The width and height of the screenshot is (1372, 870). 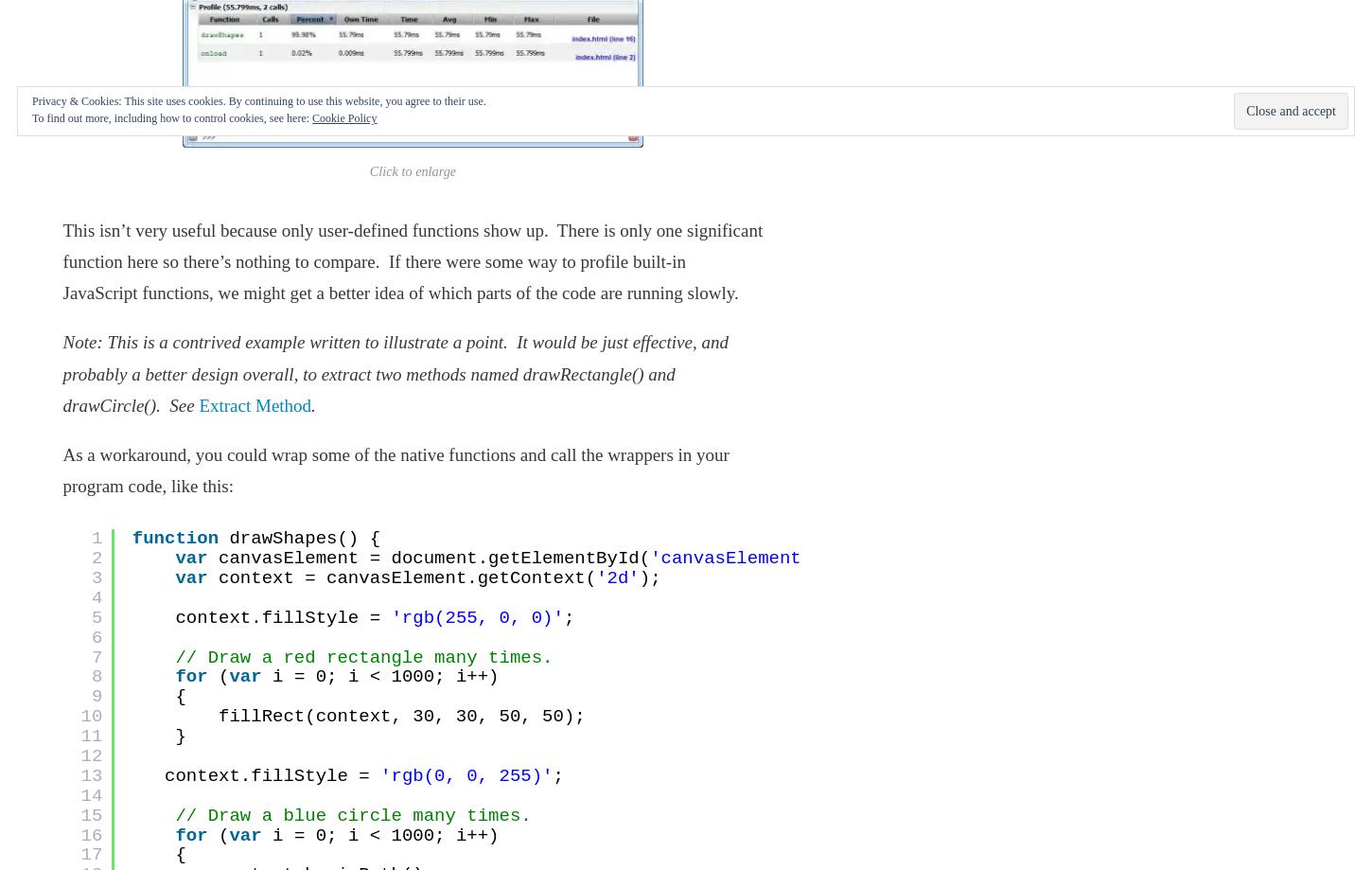 What do you see at coordinates (91, 755) in the screenshot?
I see `'12'` at bounding box center [91, 755].